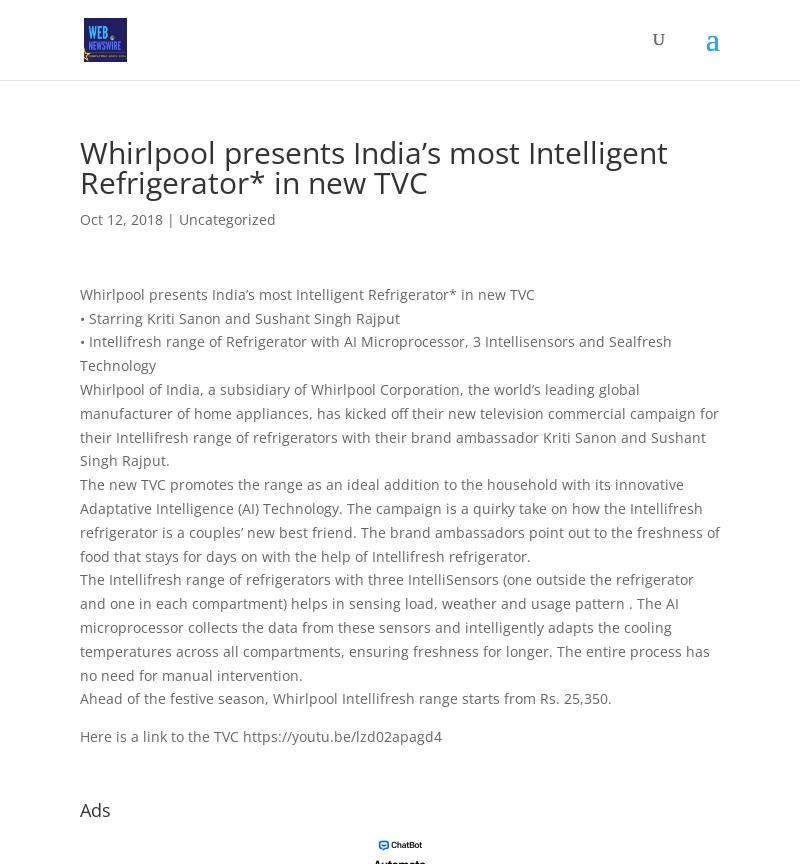  I want to click on '•	Intellifresh range of Refrigerator with AI Microprocessor, 3 Intellisensors and Sealfresh Technology', so click(80, 352).